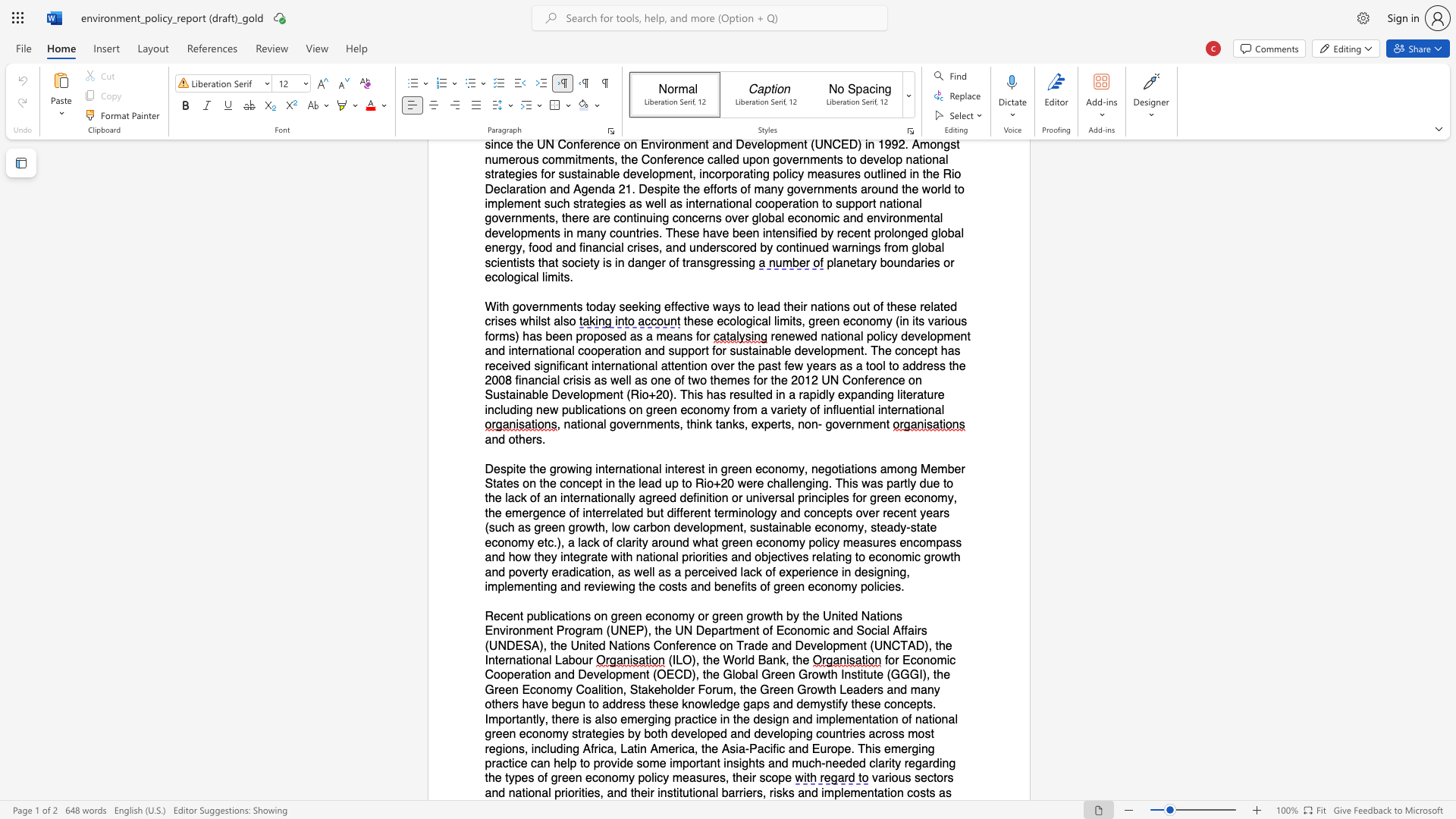 Image resolution: width=1456 pixels, height=819 pixels. What do you see at coordinates (554, 792) in the screenshot?
I see `the subset text "prior" within the text "various sectors and national priorities, and their institutional barriers,"` at bounding box center [554, 792].